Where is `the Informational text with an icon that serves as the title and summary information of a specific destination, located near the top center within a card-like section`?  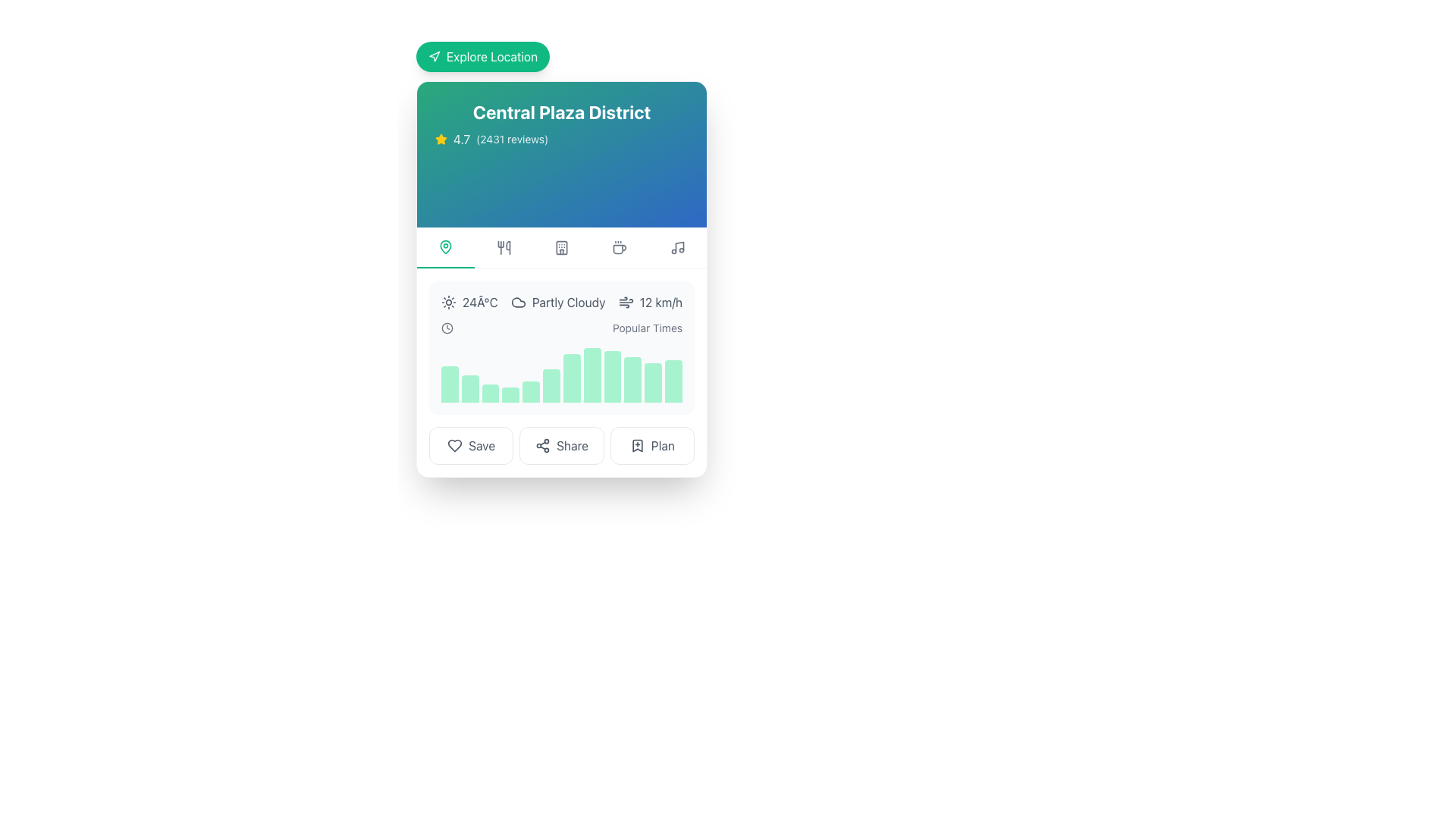 the Informational text with an icon that serves as the title and summary information of a specific destination, located near the top center within a card-like section is located at coordinates (560, 124).